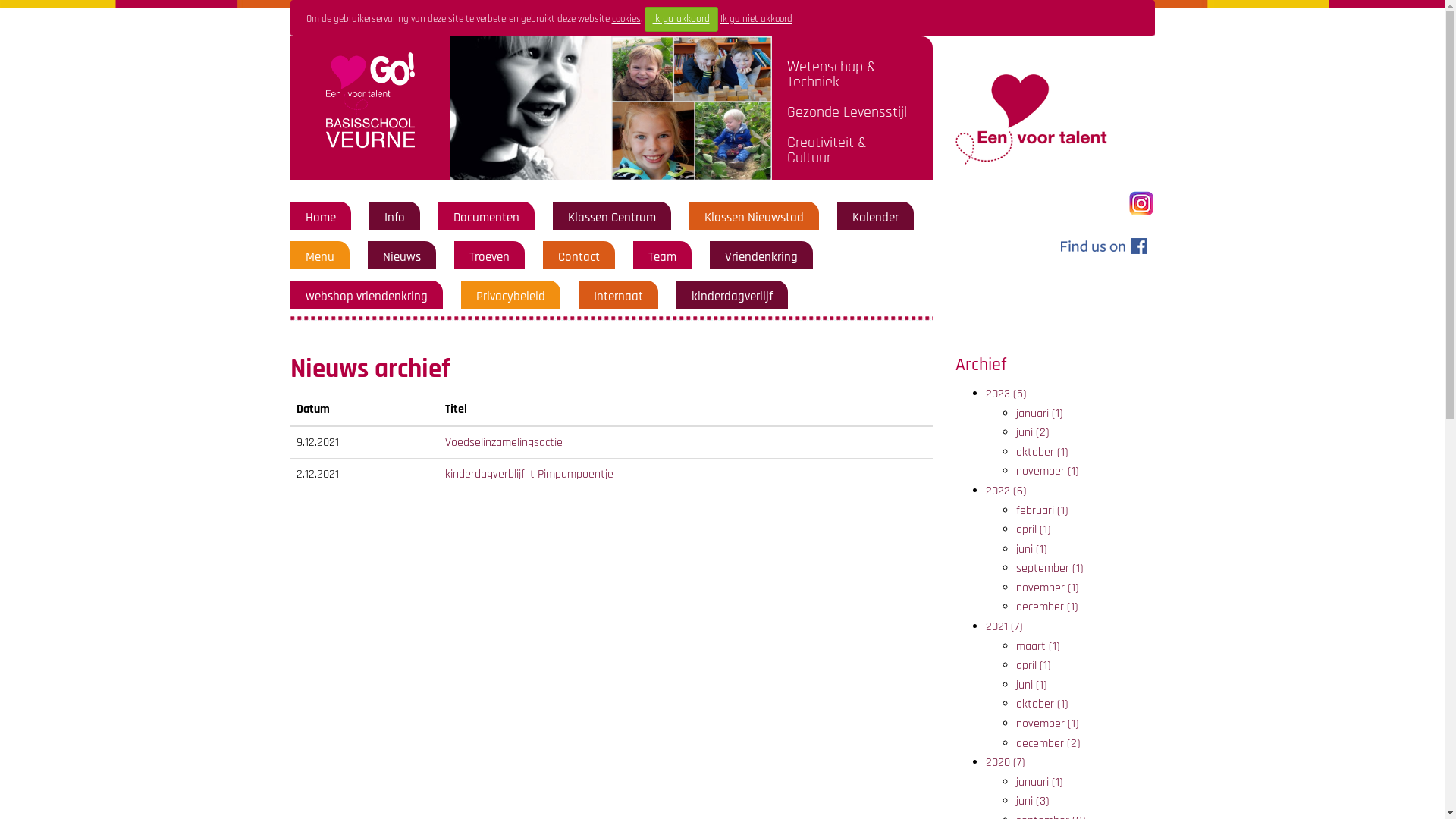 The width and height of the screenshot is (1456, 819). Describe the element at coordinates (1039, 413) in the screenshot. I see `'januari (1)'` at that location.